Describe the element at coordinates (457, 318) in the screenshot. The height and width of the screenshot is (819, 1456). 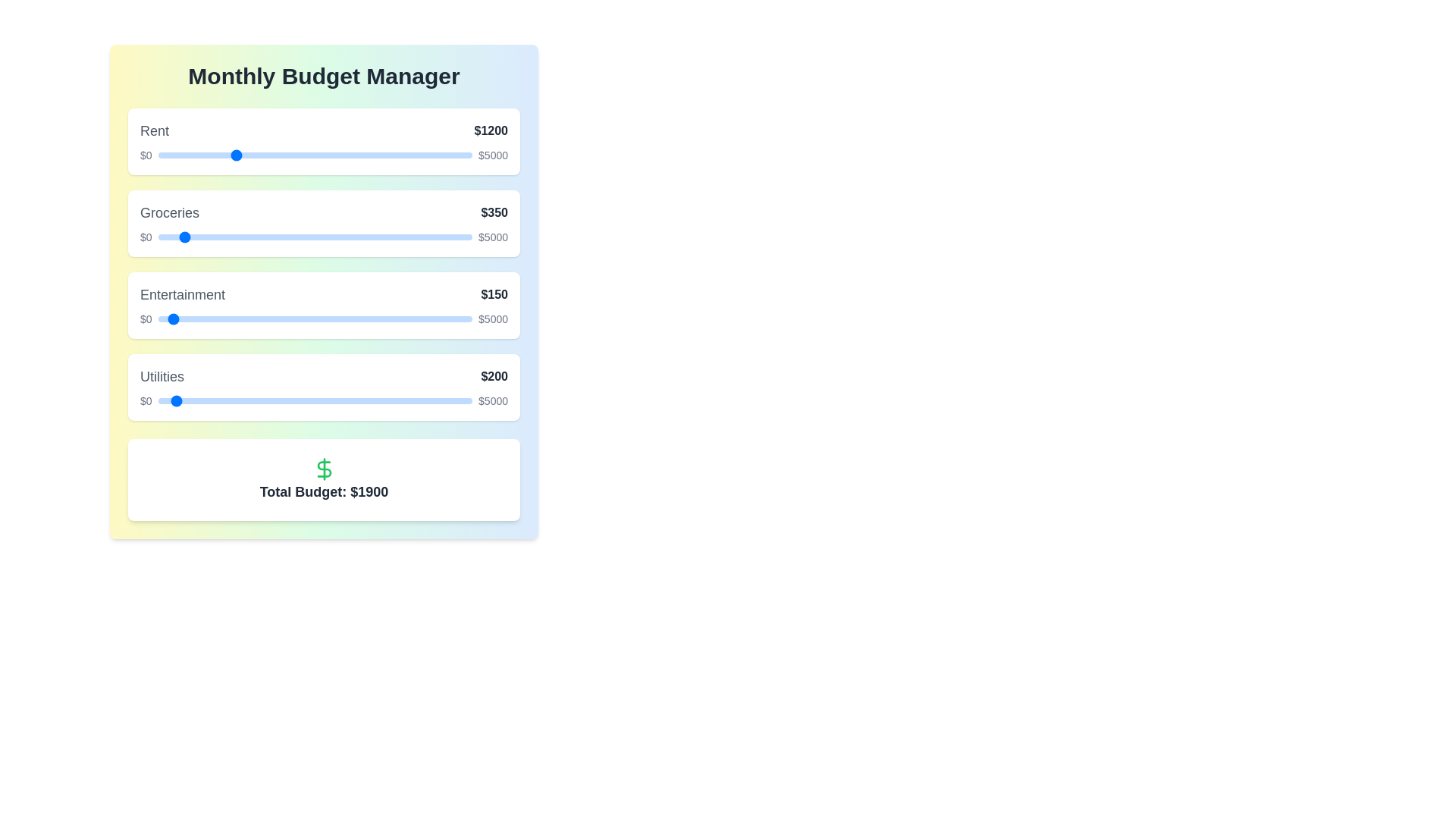
I see `the entertainment budget slider` at that location.